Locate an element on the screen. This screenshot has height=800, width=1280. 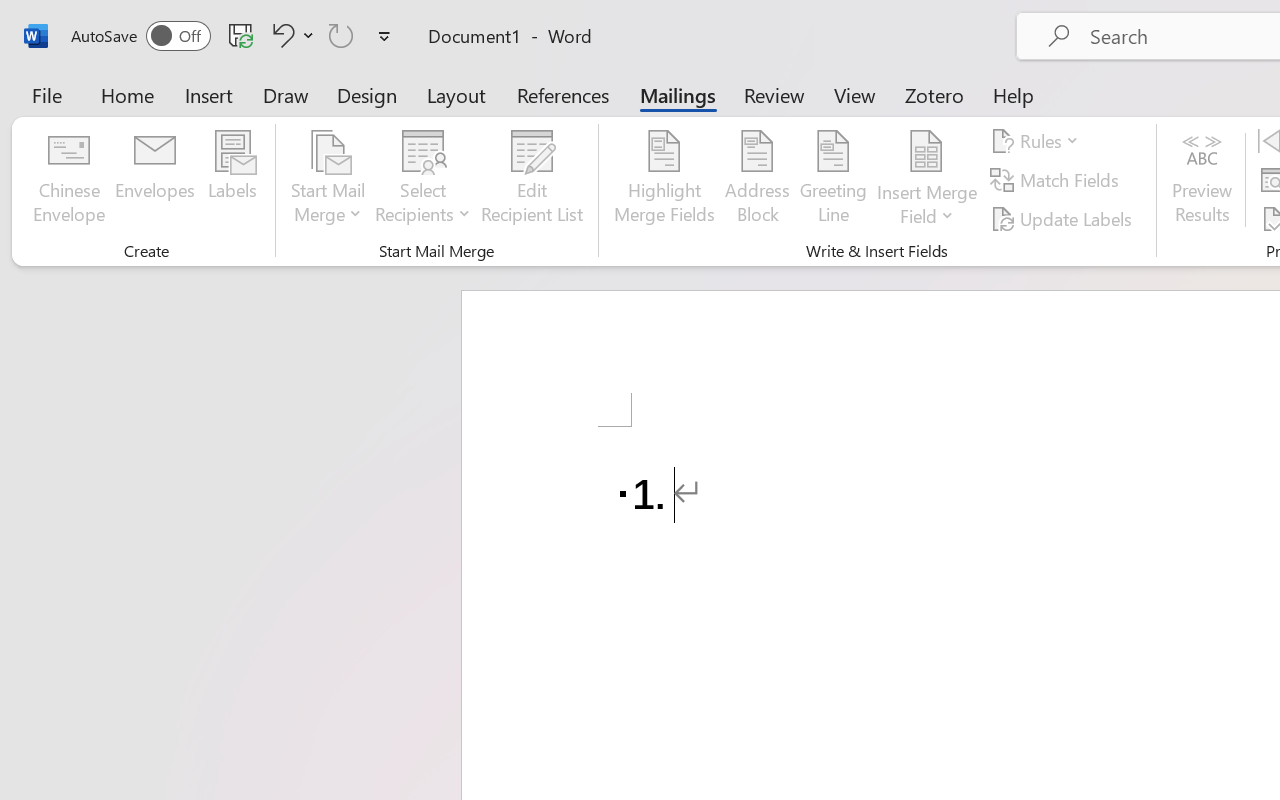
'Preview Results' is located at coordinates (1201, 179).